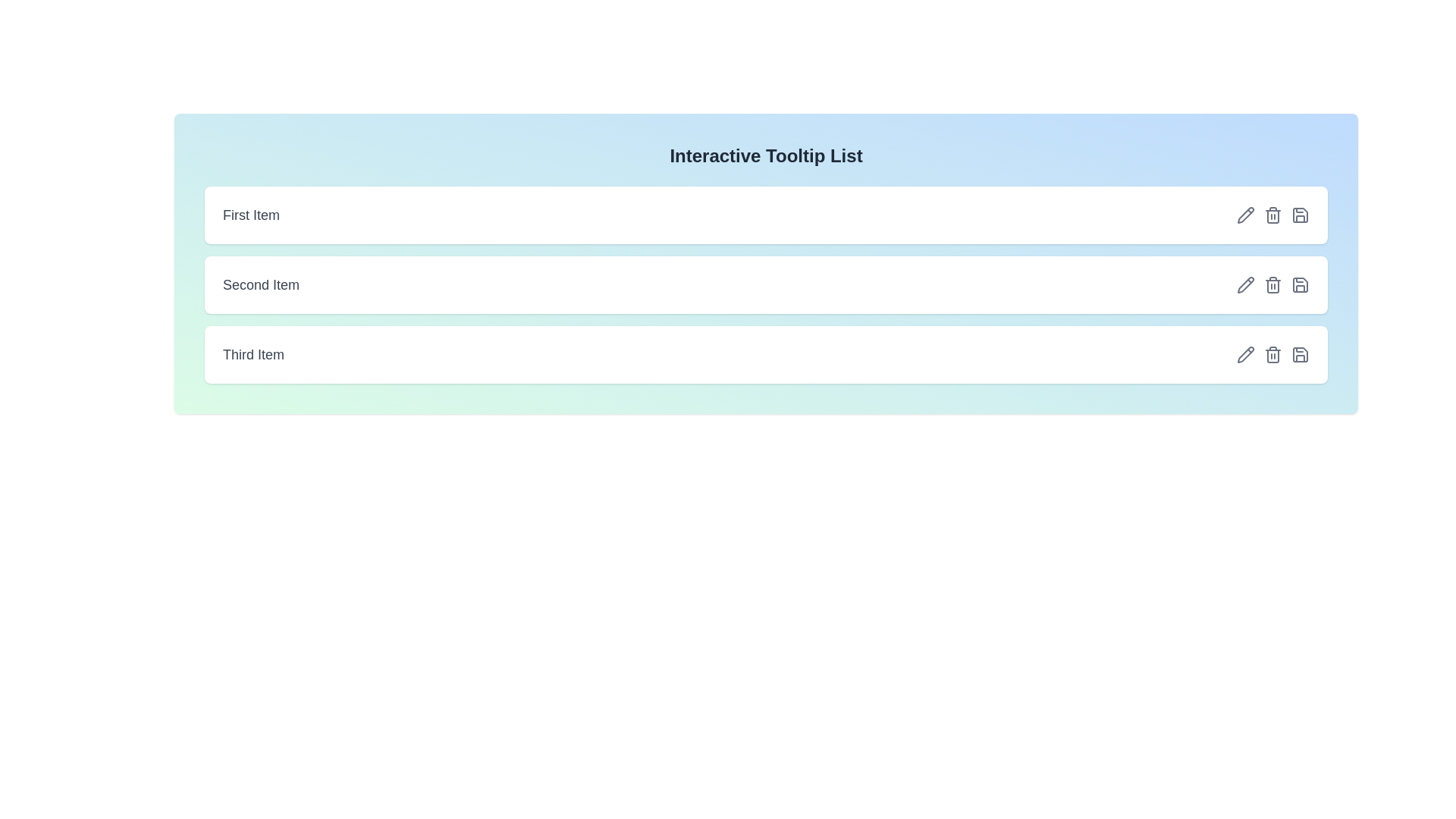 The height and width of the screenshot is (819, 1456). What do you see at coordinates (766, 155) in the screenshot?
I see `the text label displaying 'Interactive Tooltip List' which is centrally aligned and serves as a header for the content below` at bounding box center [766, 155].